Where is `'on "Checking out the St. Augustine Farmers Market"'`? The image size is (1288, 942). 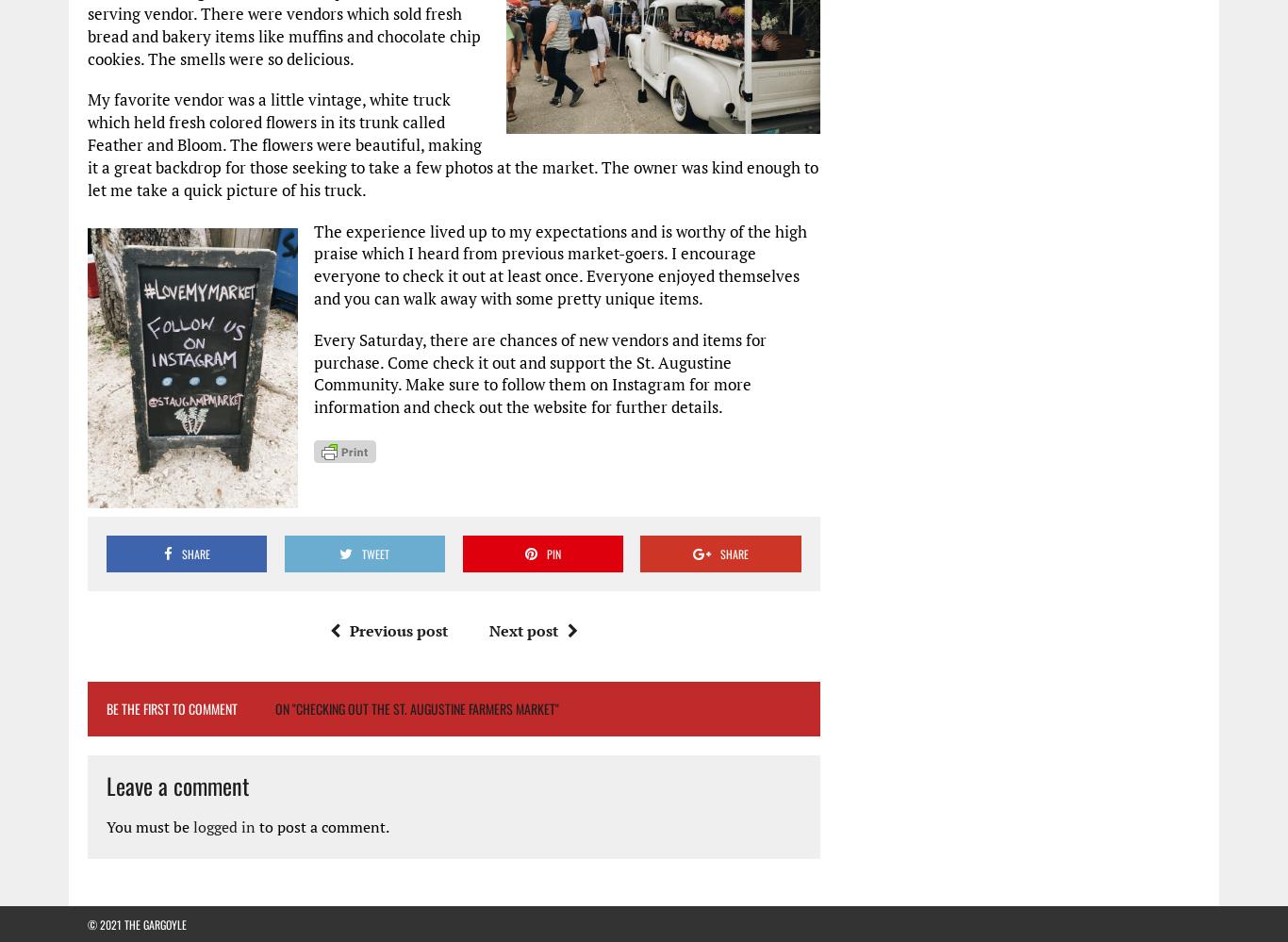 'on "Checking out the St. Augustine Farmers Market"' is located at coordinates (416, 706).